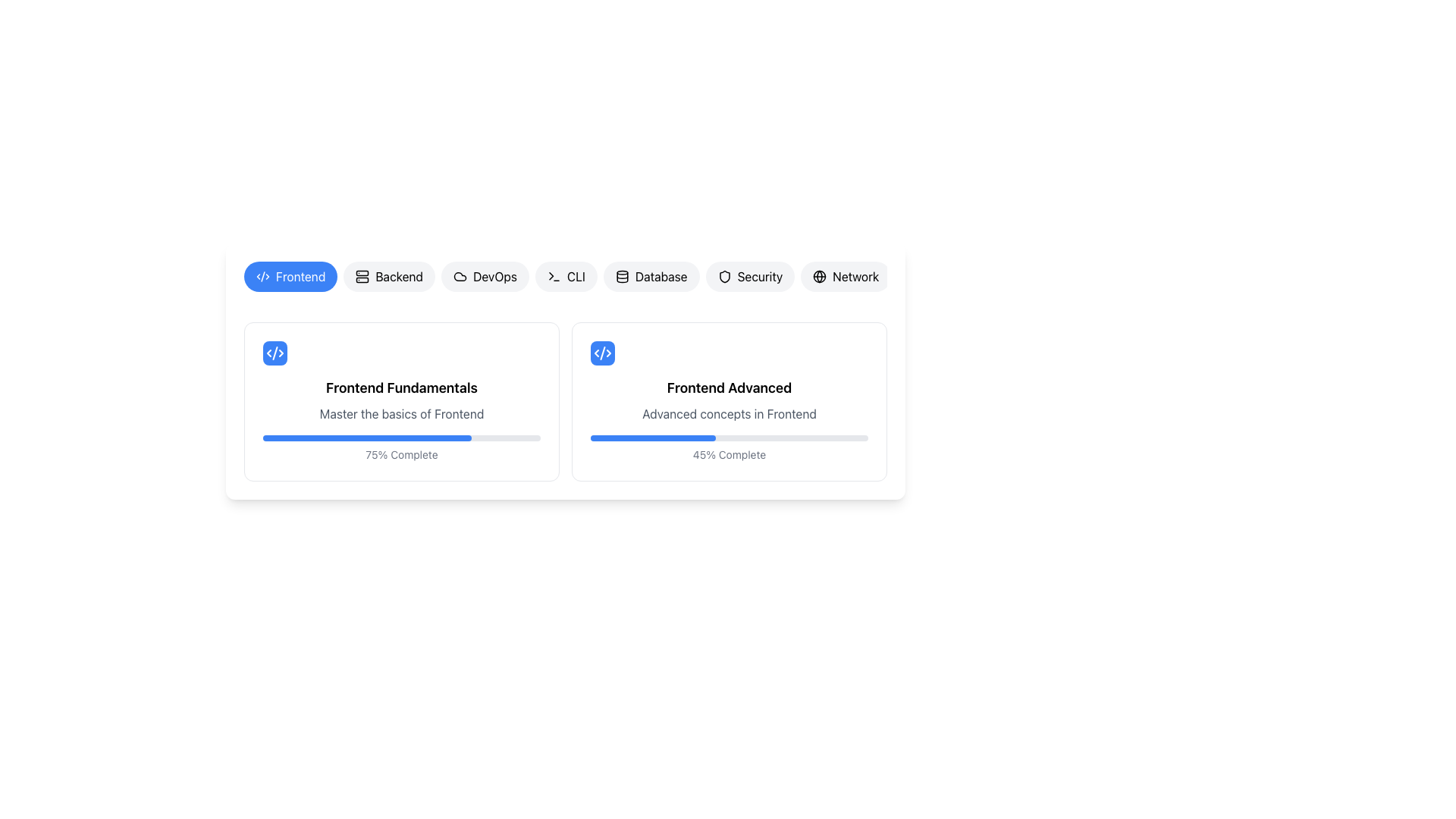 This screenshot has width=1456, height=819. What do you see at coordinates (389, 277) in the screenshot?
I see `the 'Backend' button, which is a rounded rectangular button with a light gray background and features an icon resembling a server stack on the left and the text 'Backend' in black on the right` at bounding box center [389, 277].